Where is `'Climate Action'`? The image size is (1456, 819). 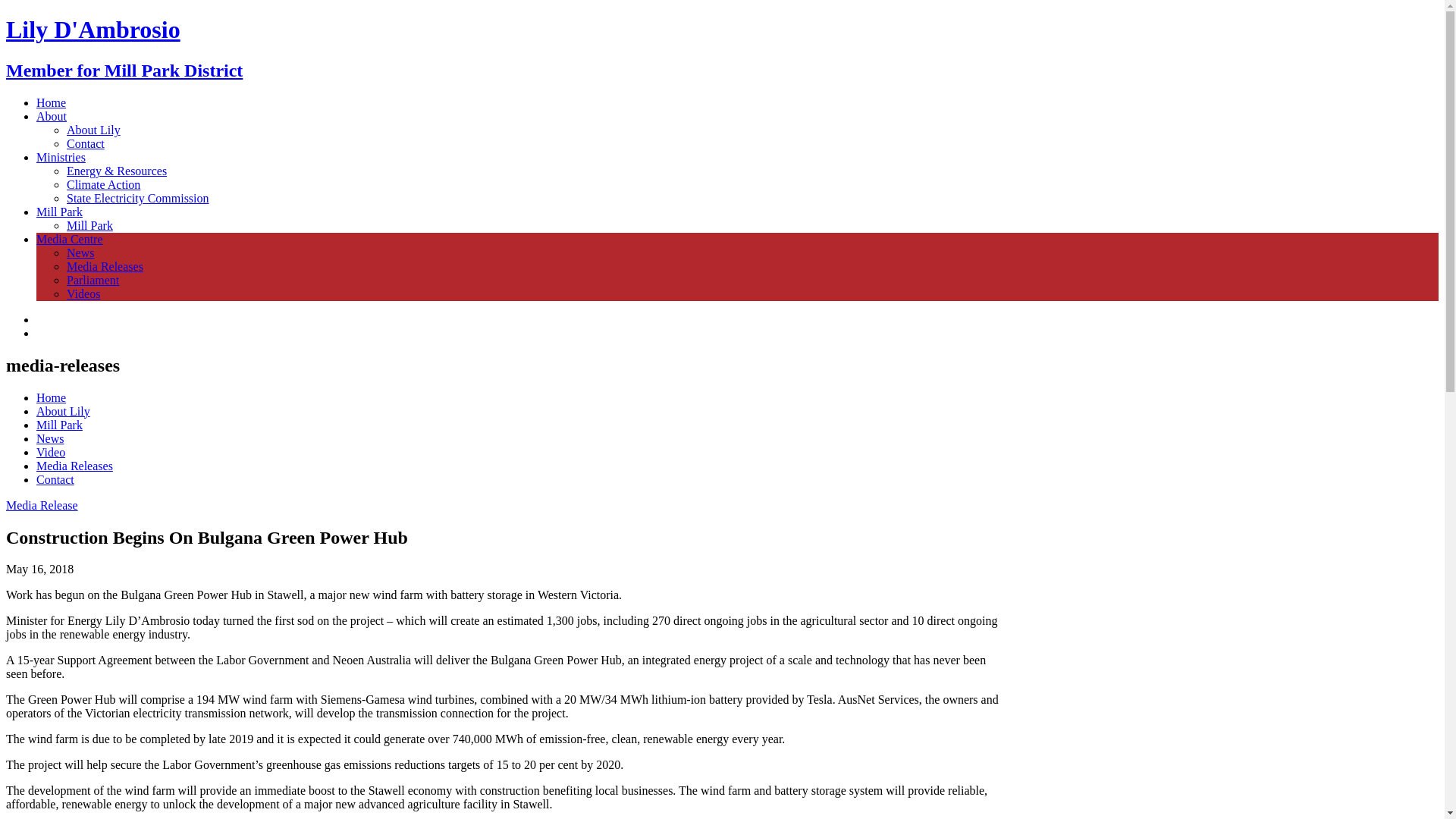 'Climate Action' is located at coordinates (102, 184).